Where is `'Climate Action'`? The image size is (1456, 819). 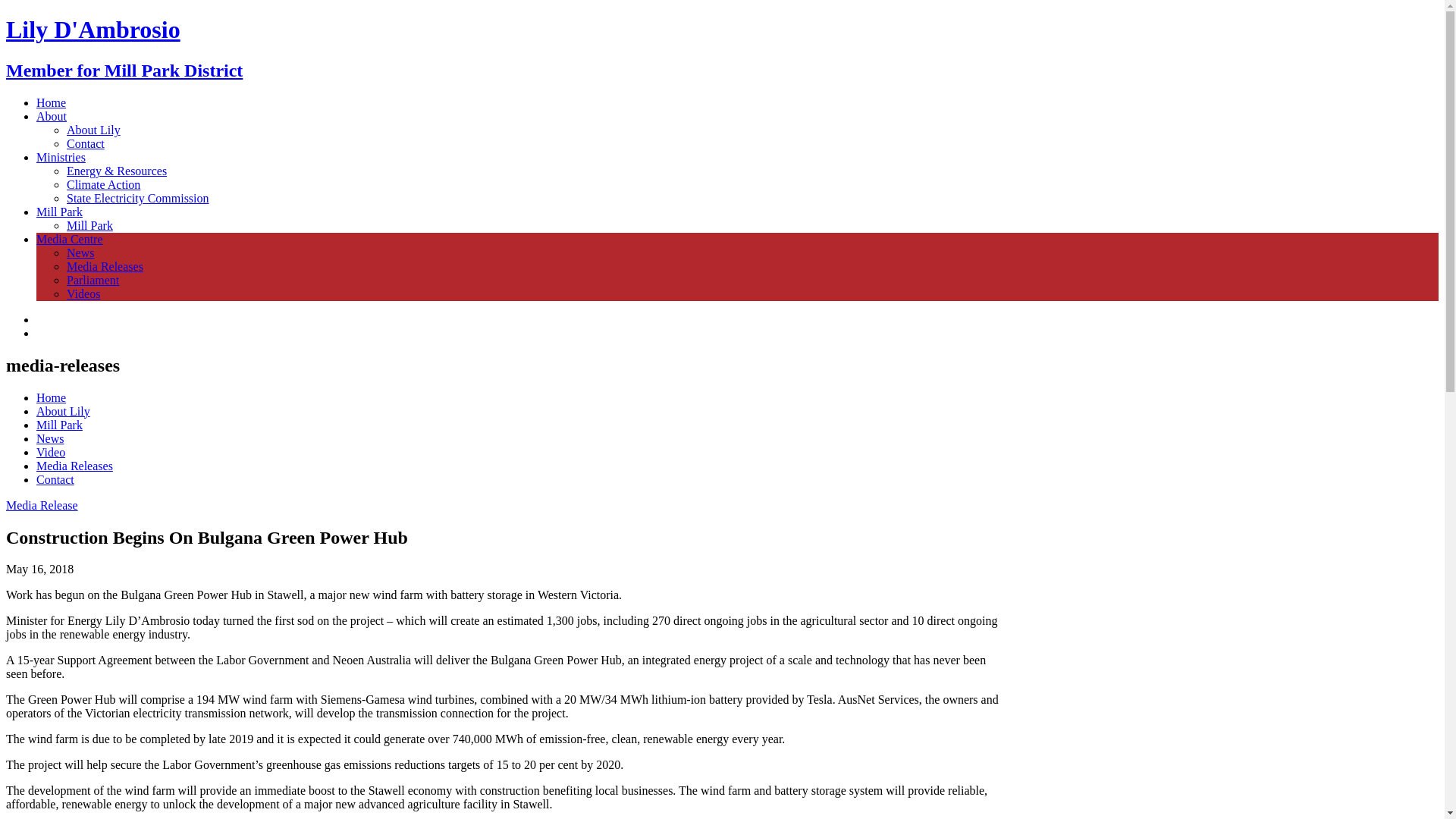 'Climate Action' is located at coordinates (102, 184).